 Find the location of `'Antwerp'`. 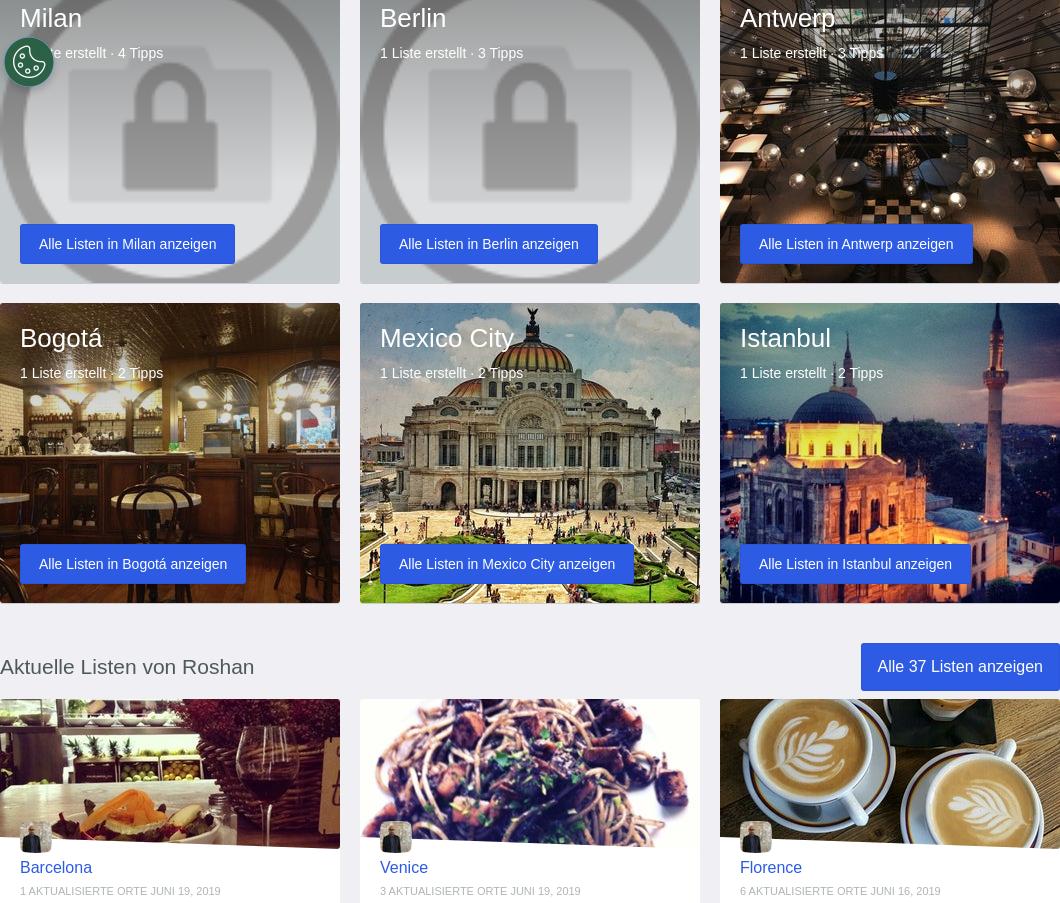

'Antwerp' is located at coordinates (738, 15).